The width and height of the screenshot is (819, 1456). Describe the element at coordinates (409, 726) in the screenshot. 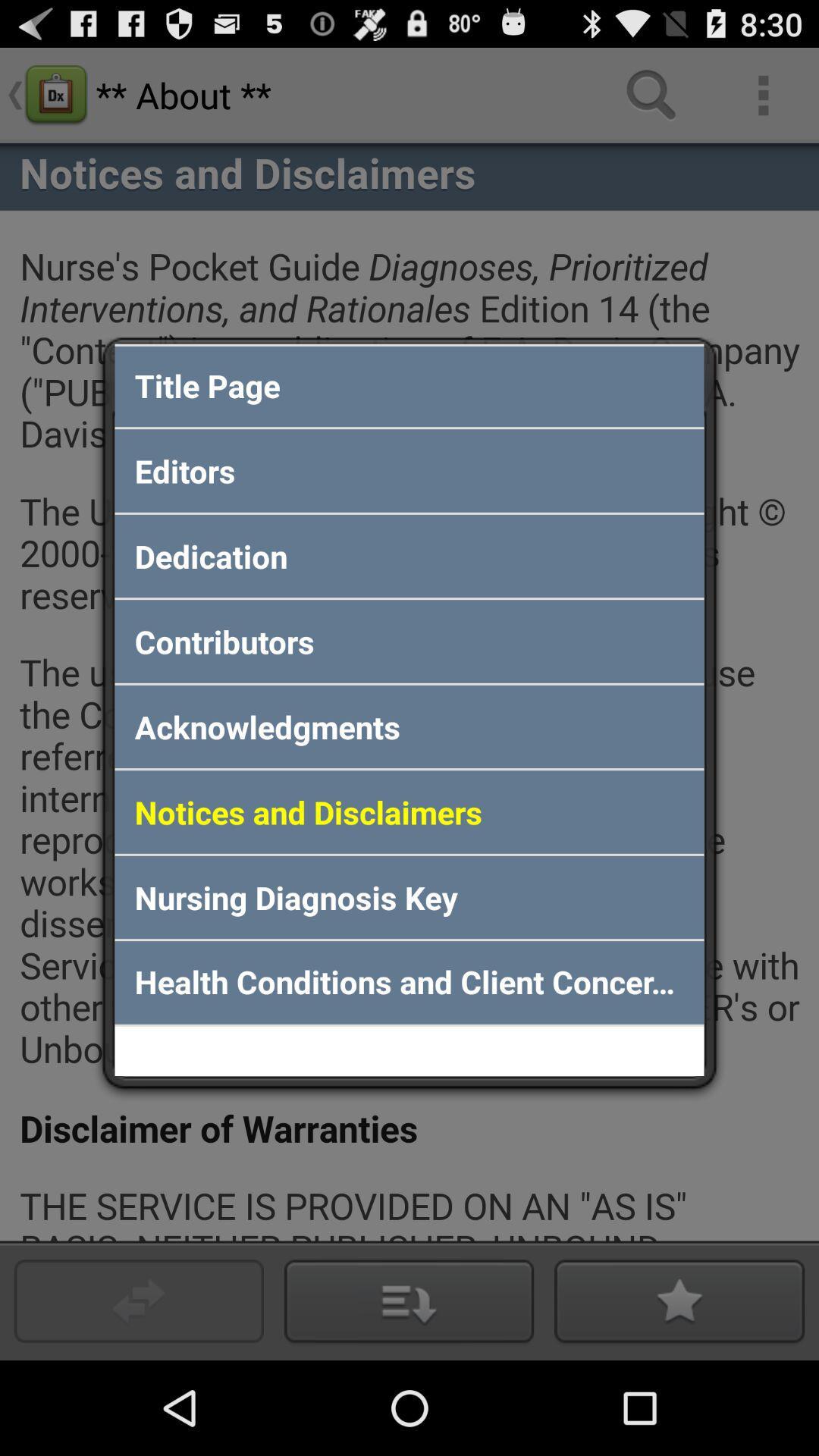

I see `the item below contributors icon` at that location.